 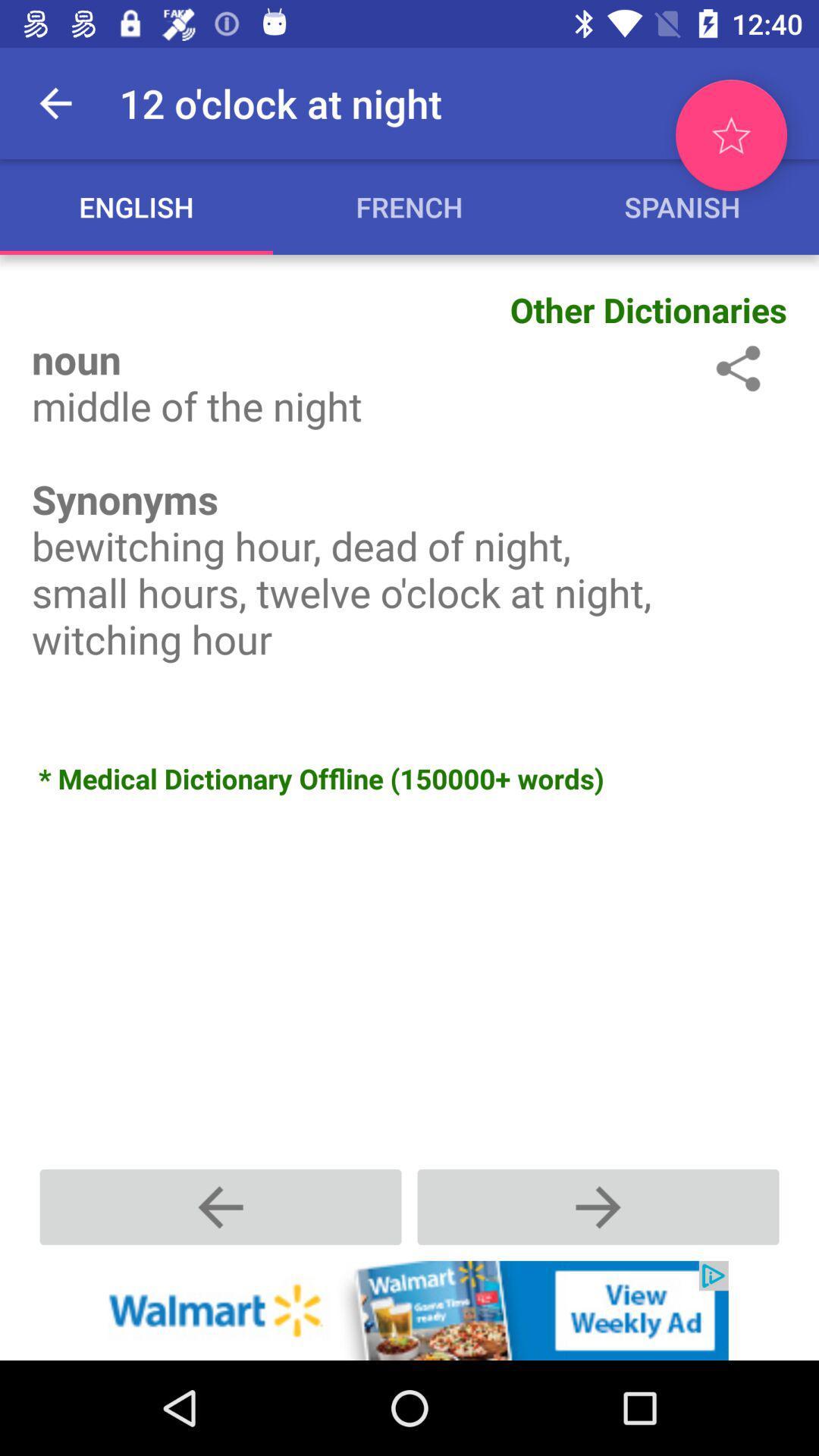 I want to click on it is go to previous page element, so click(x=220, y=1206).